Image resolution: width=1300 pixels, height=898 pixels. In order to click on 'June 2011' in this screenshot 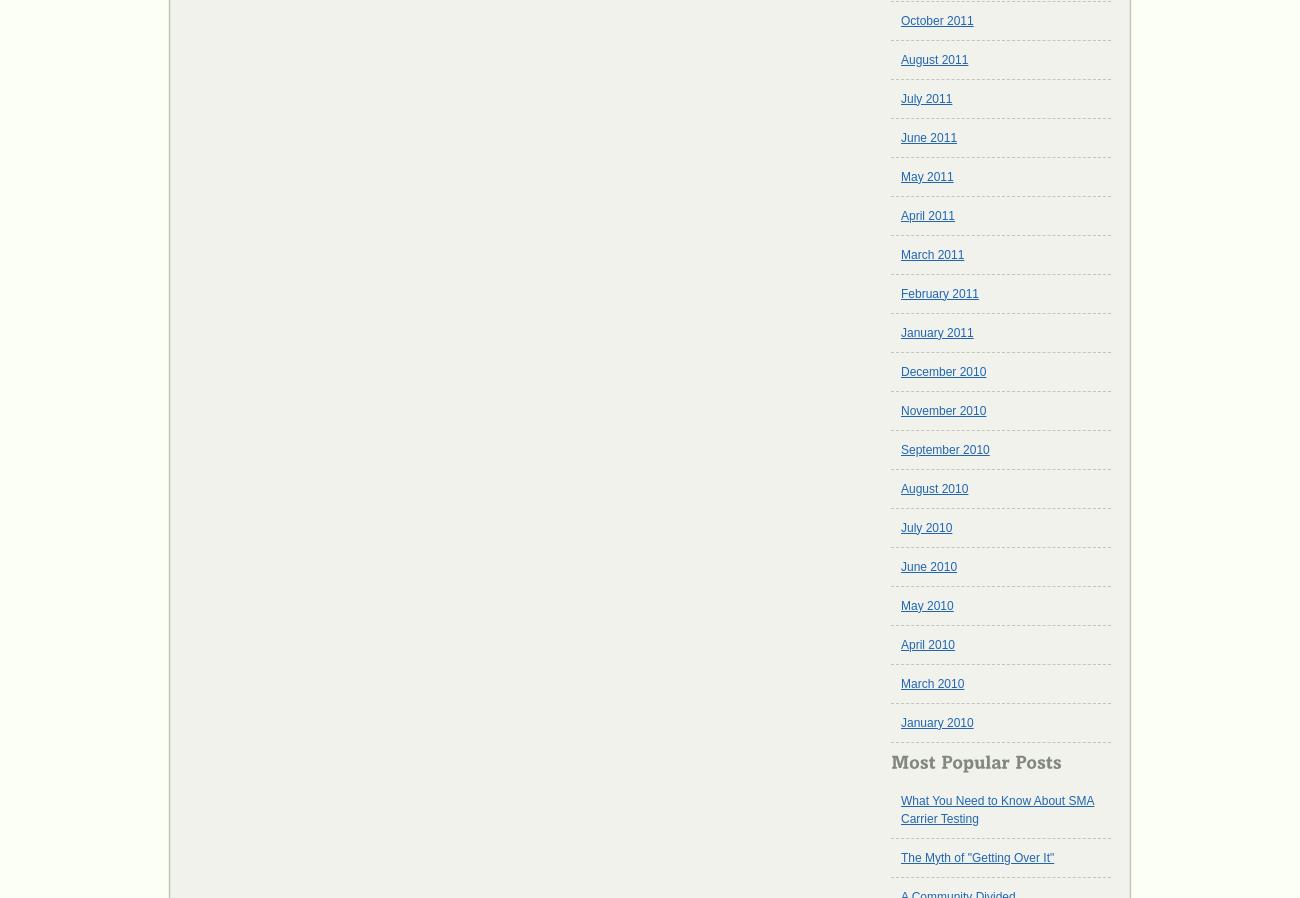, I will do `click(928, 136)`.